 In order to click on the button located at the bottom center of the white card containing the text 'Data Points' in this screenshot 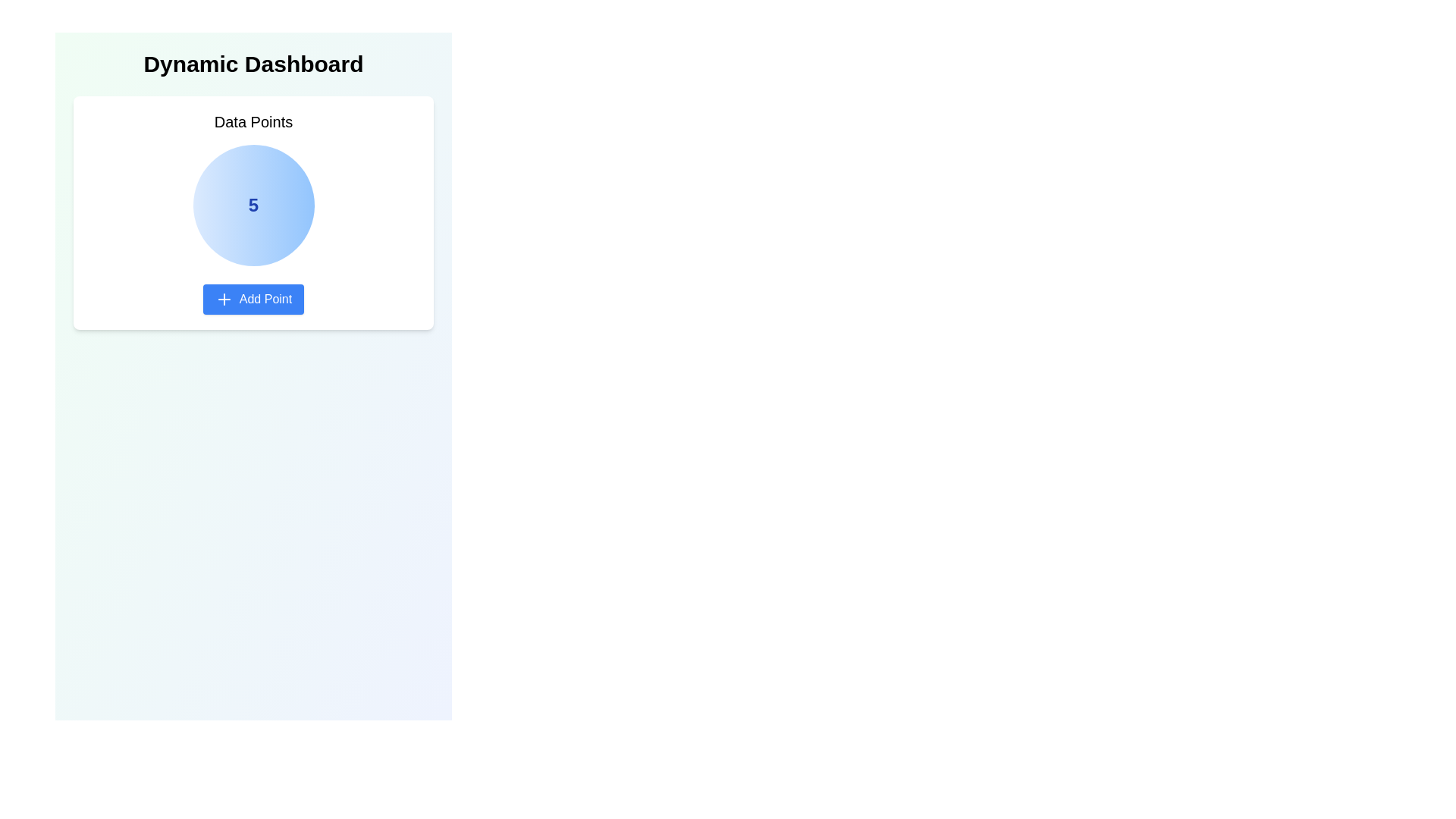, I will do `click(253, 299)`.